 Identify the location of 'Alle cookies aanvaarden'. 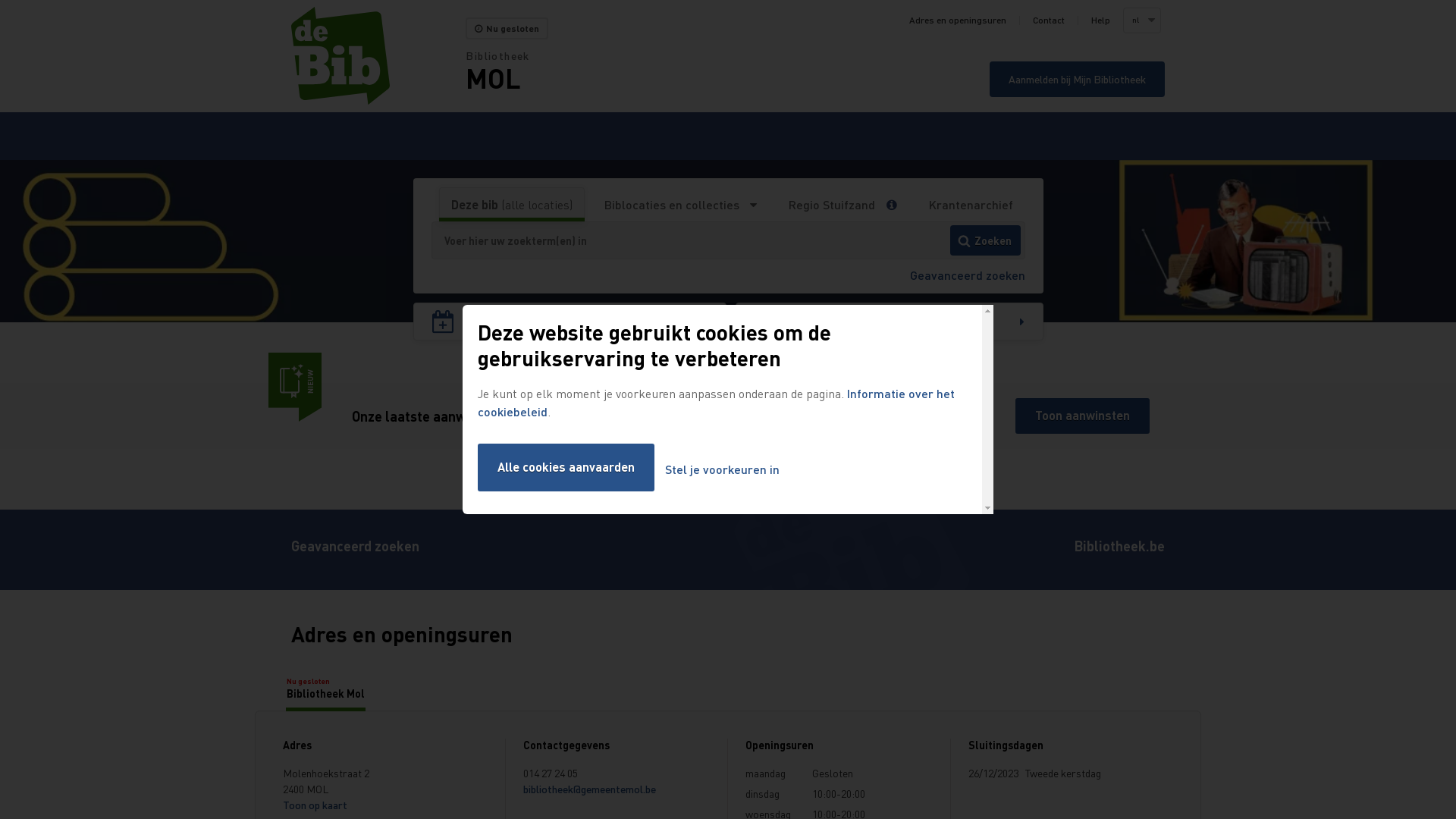
(565, 466).